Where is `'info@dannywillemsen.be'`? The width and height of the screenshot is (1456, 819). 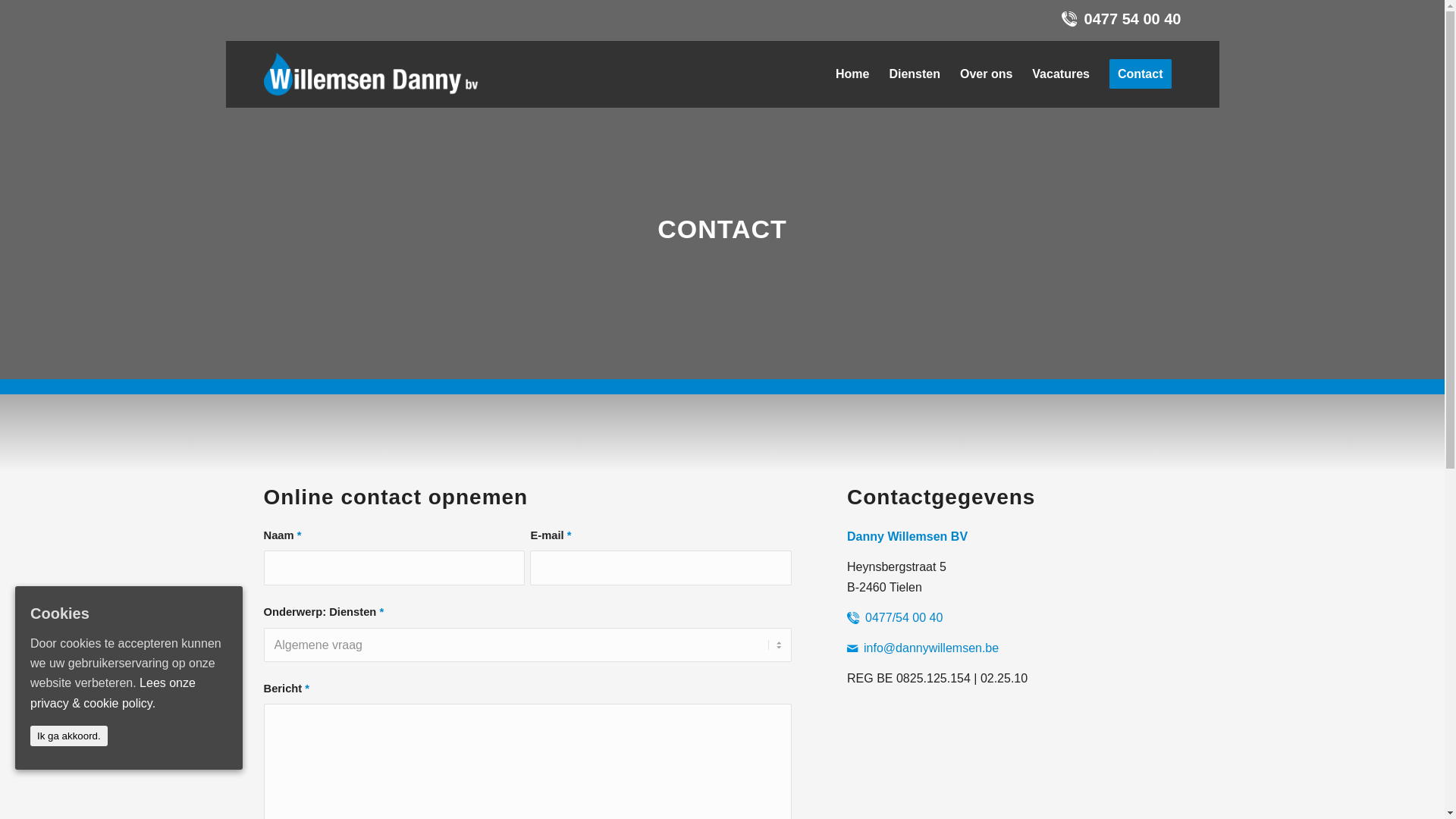 'info@dannywillemsen.be' is located at coordinates (930, 648).